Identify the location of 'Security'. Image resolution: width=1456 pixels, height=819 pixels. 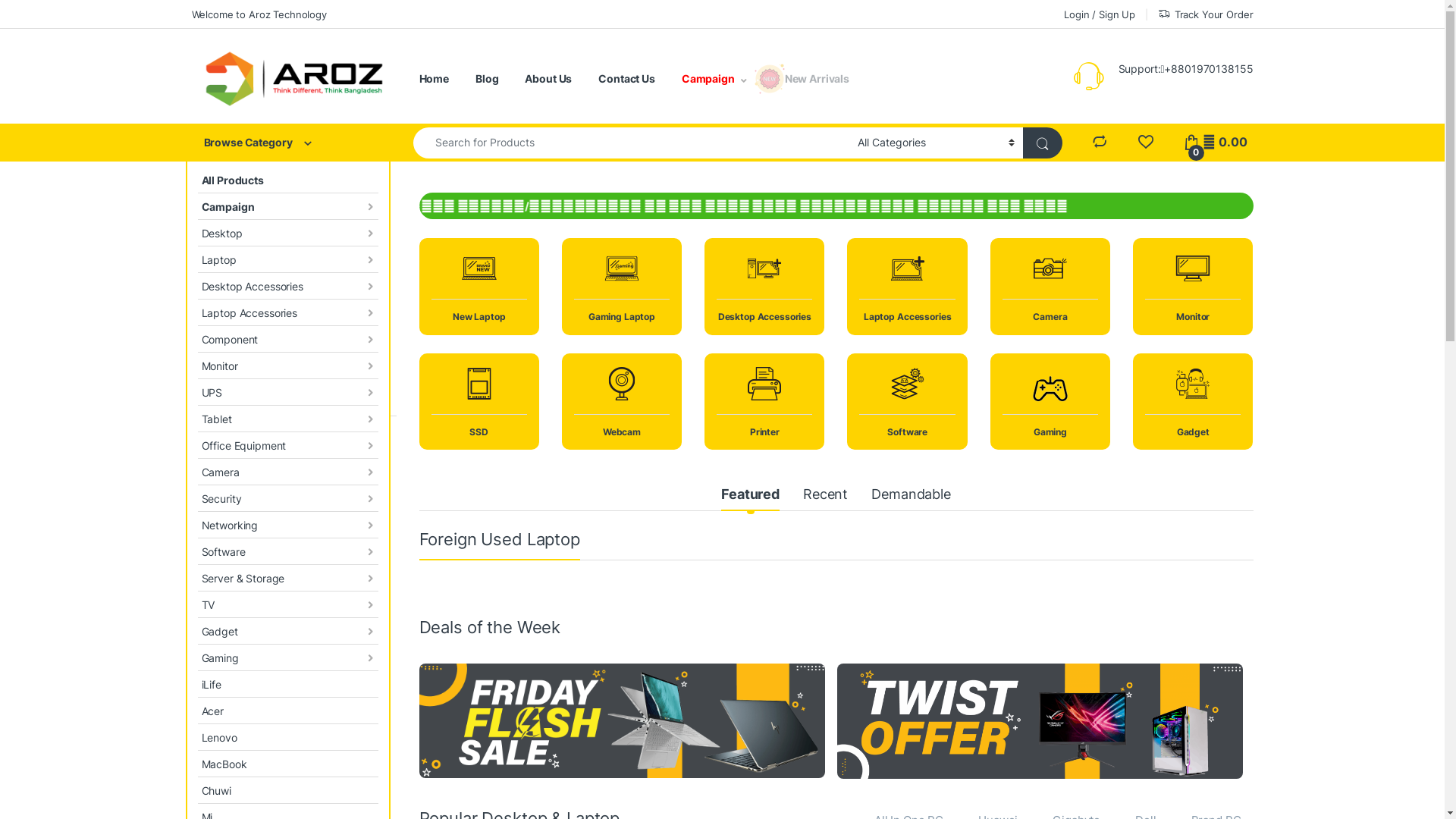
(287, 498).